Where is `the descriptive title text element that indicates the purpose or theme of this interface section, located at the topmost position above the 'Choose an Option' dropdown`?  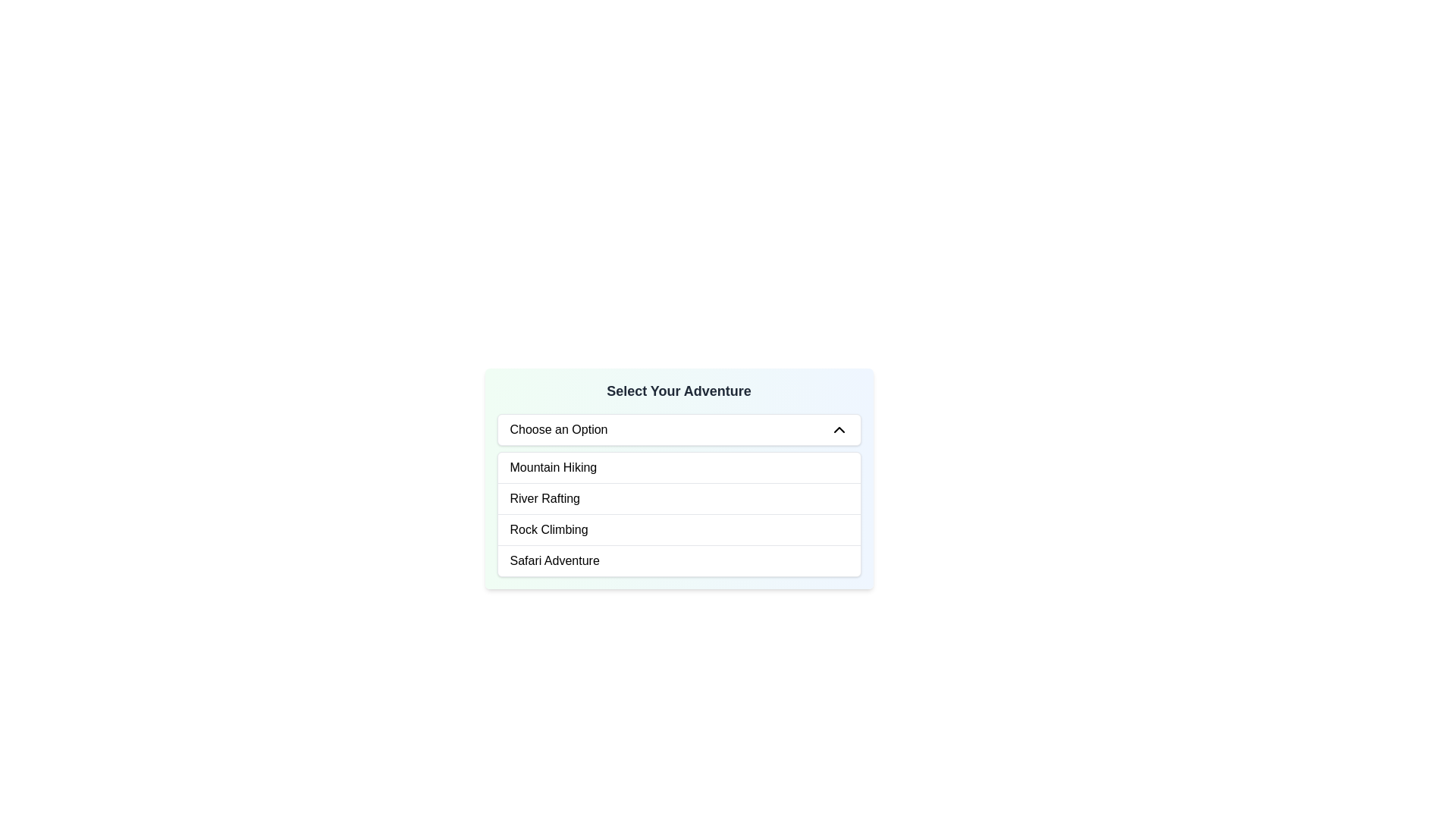 the descriptive title text element that indicates the purpose or theme of this interface section, located at the topmost position above the 'Choose an Option' dropdown is located at coordinates (678, 391).